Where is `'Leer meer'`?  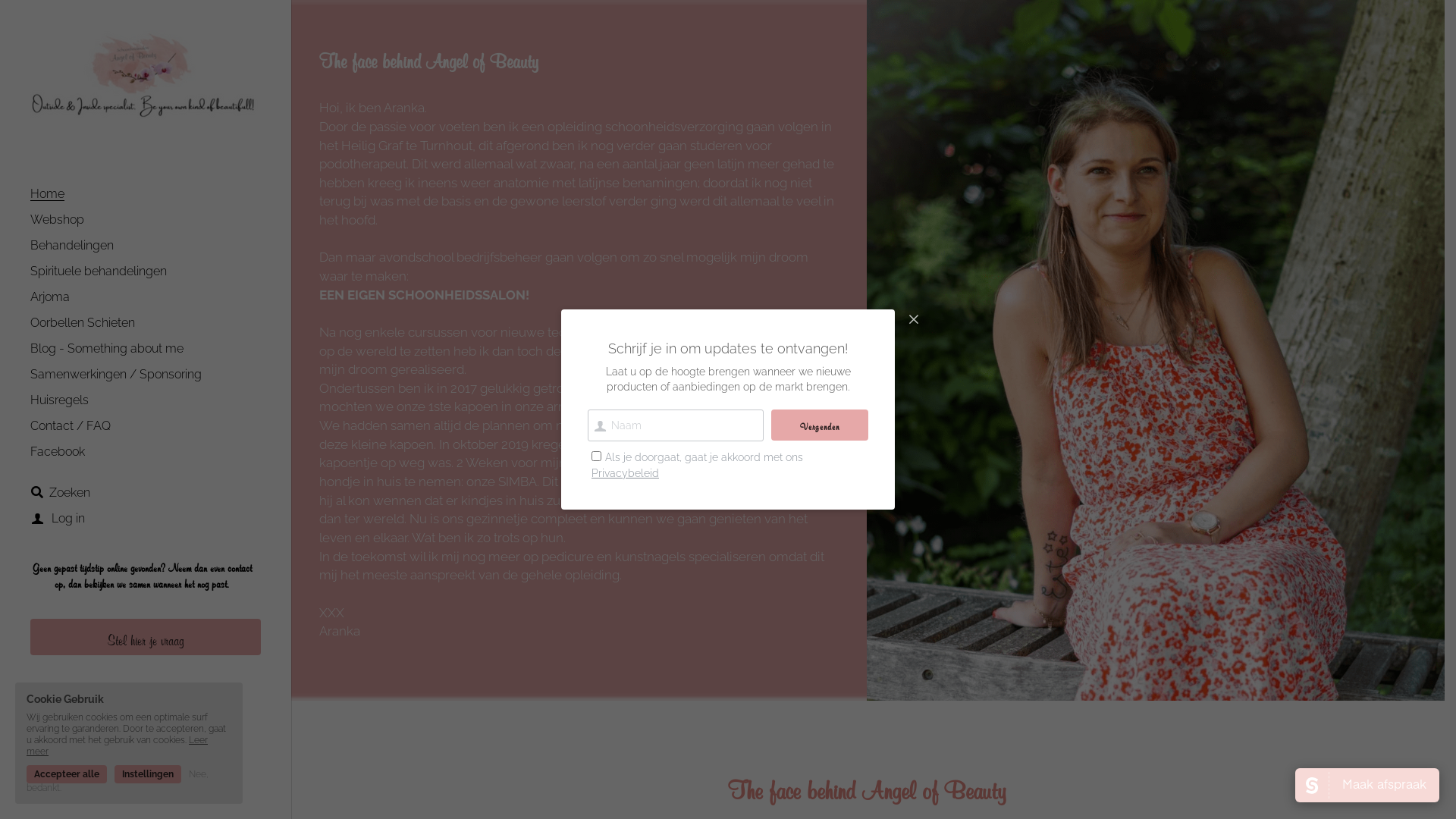 'Leer meer' is located at coordinates (116, 745).